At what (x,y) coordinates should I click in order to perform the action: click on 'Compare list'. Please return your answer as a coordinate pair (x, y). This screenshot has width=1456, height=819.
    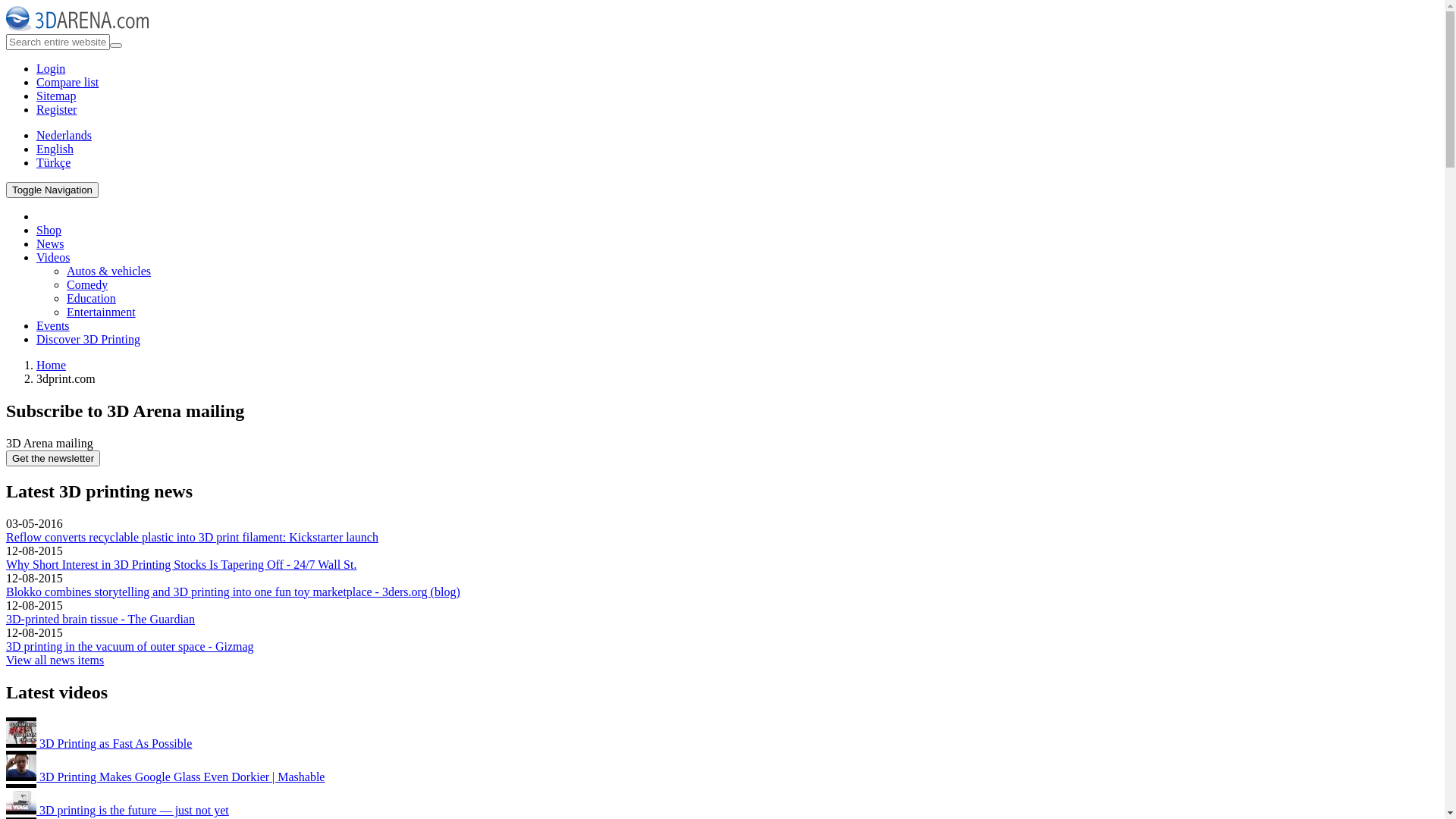
    Looking at the image, I should click on (67, 82).